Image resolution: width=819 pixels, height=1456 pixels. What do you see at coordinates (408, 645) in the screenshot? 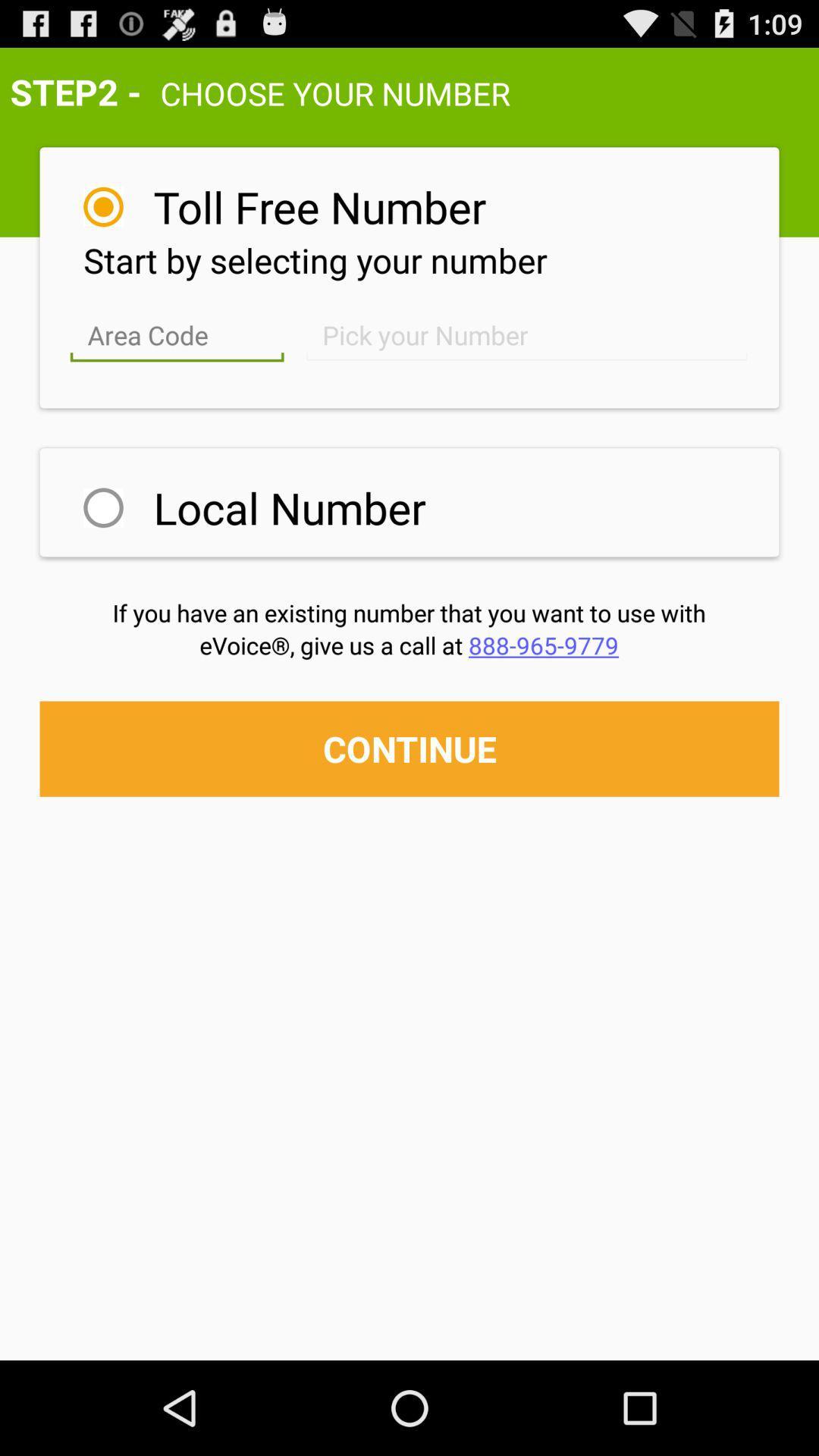
I see `the app below if you have icon` at bounding box center [408, 645].